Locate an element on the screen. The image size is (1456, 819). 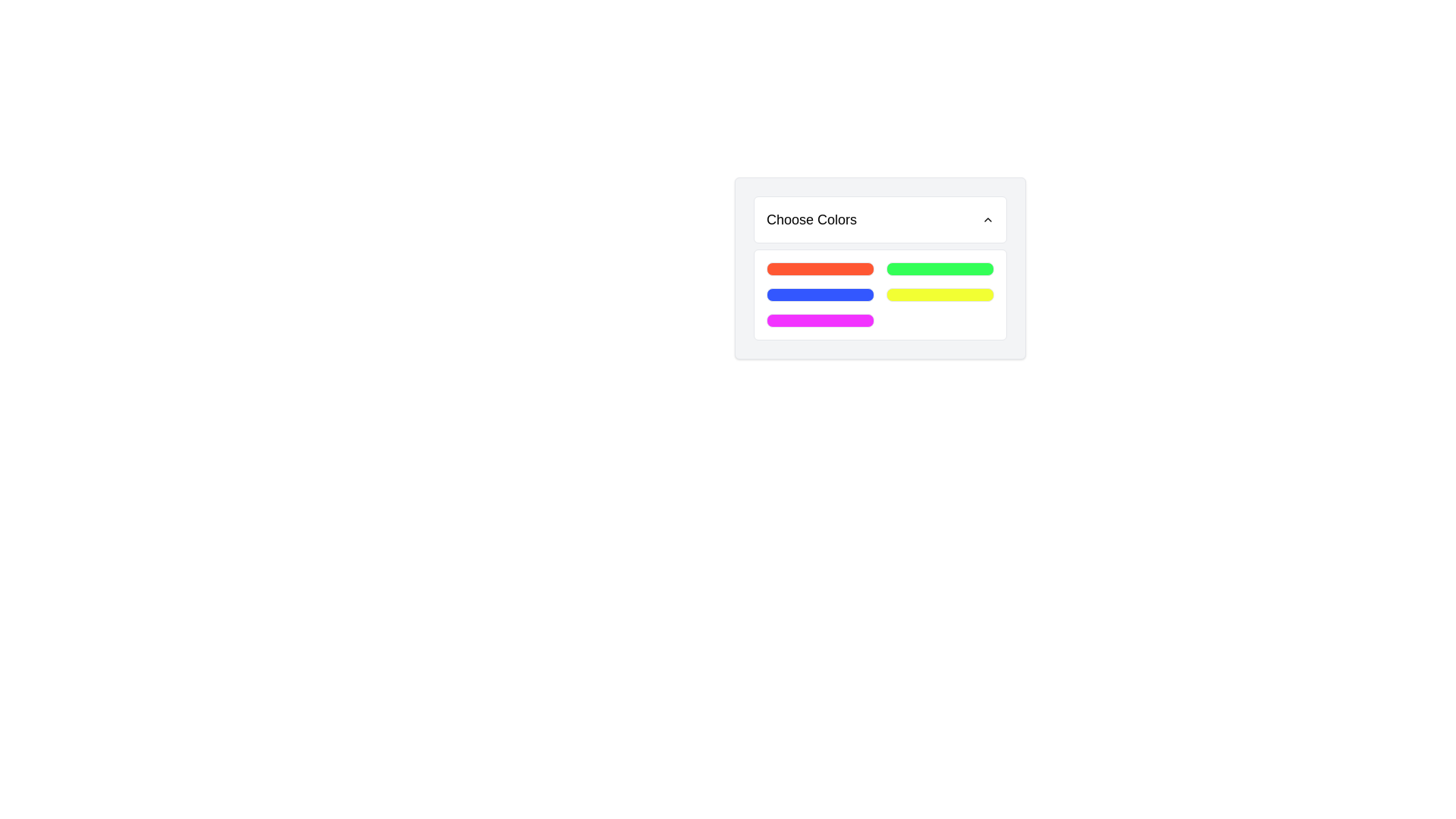
the clickable area with a bright green background, which is the second item in the first row of the grid layout is located at coordinates (939, 268).